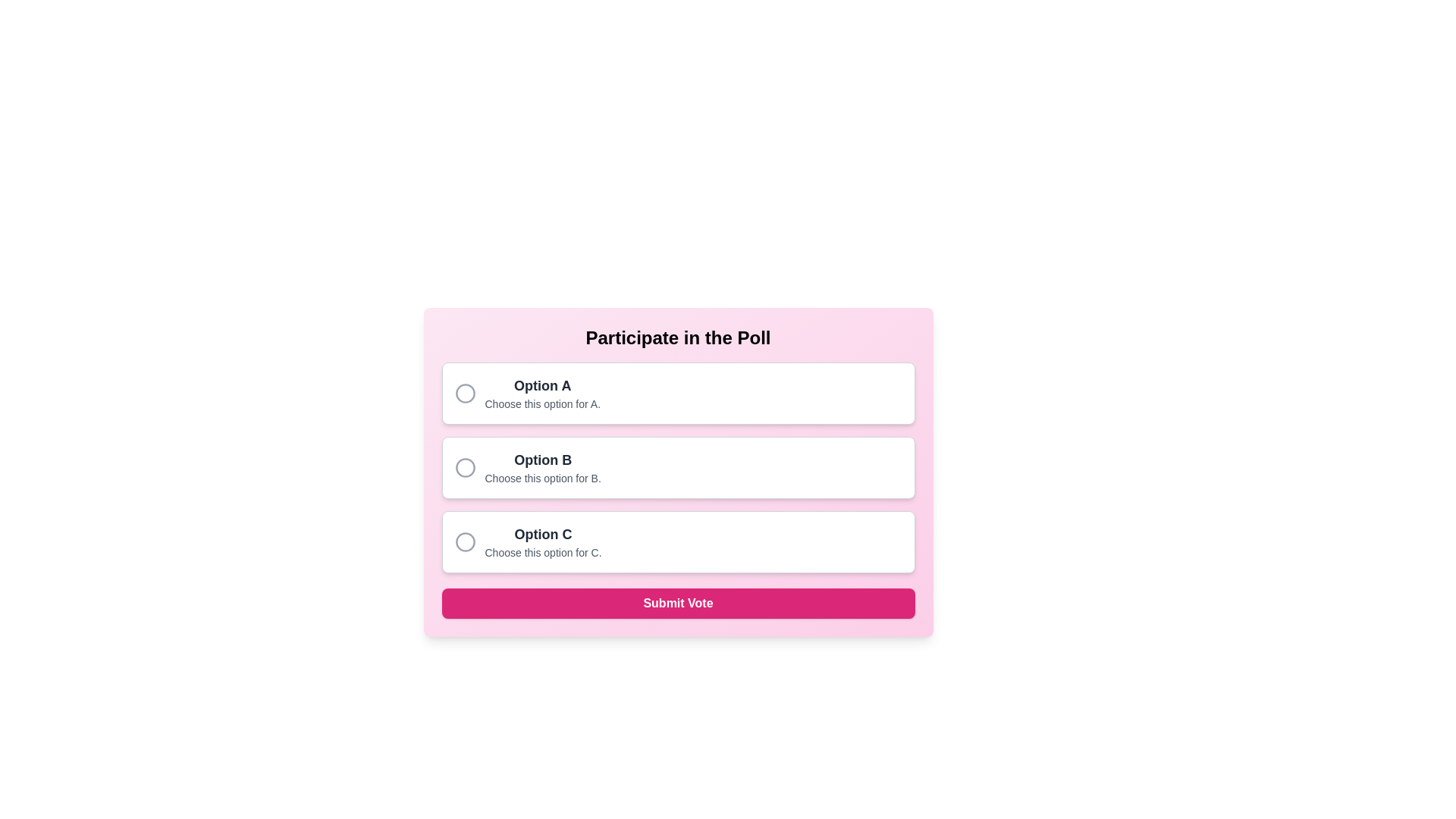 This screenshot has width=1456, height=819. Describe the element at coordinates (677, 472) in the screenshot. I see `the radio button option for 'Option B'` at that location.